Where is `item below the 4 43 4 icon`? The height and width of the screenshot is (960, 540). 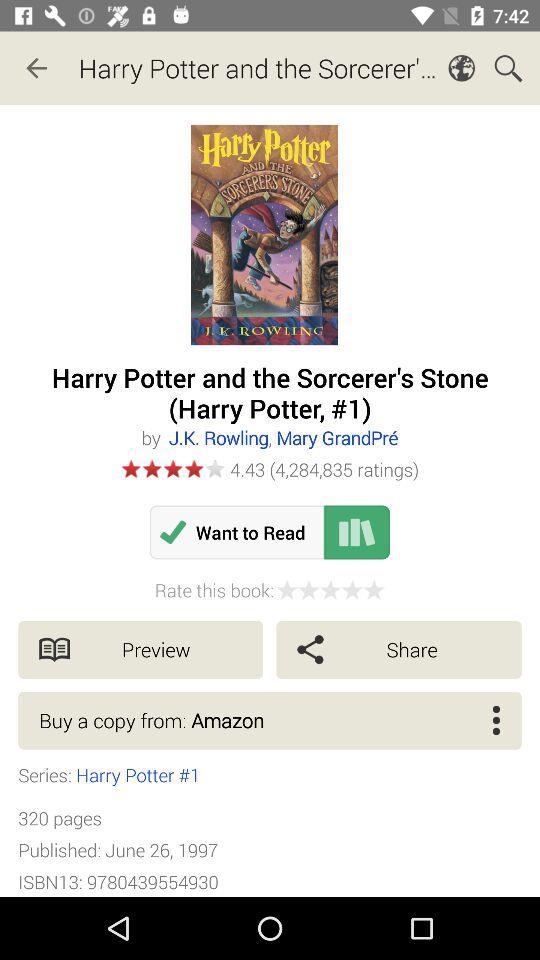
item below the 4 43 4 icon is located at coordinates (237, 531).